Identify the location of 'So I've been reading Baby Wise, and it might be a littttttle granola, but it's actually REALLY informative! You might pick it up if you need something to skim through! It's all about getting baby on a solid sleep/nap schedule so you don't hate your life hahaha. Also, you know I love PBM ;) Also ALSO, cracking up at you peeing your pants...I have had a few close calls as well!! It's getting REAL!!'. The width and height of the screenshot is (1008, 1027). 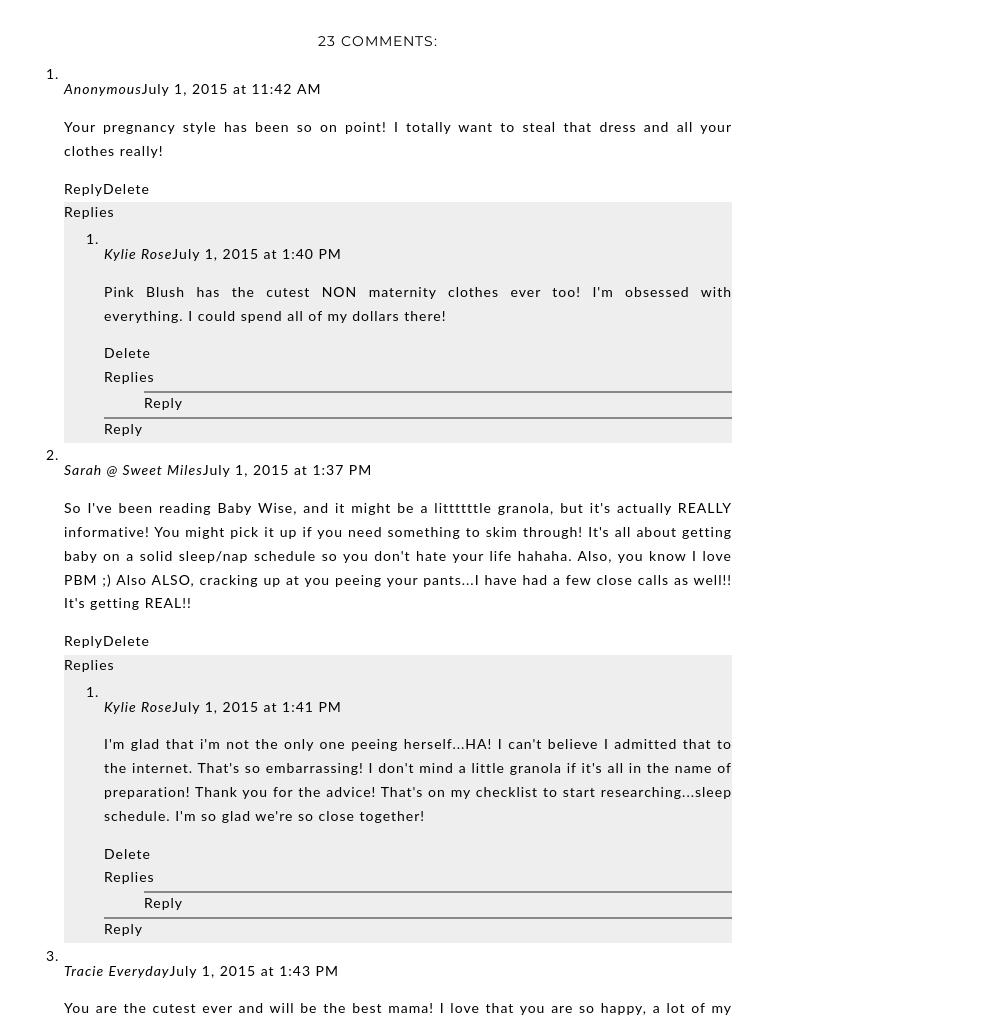
(64, 555).